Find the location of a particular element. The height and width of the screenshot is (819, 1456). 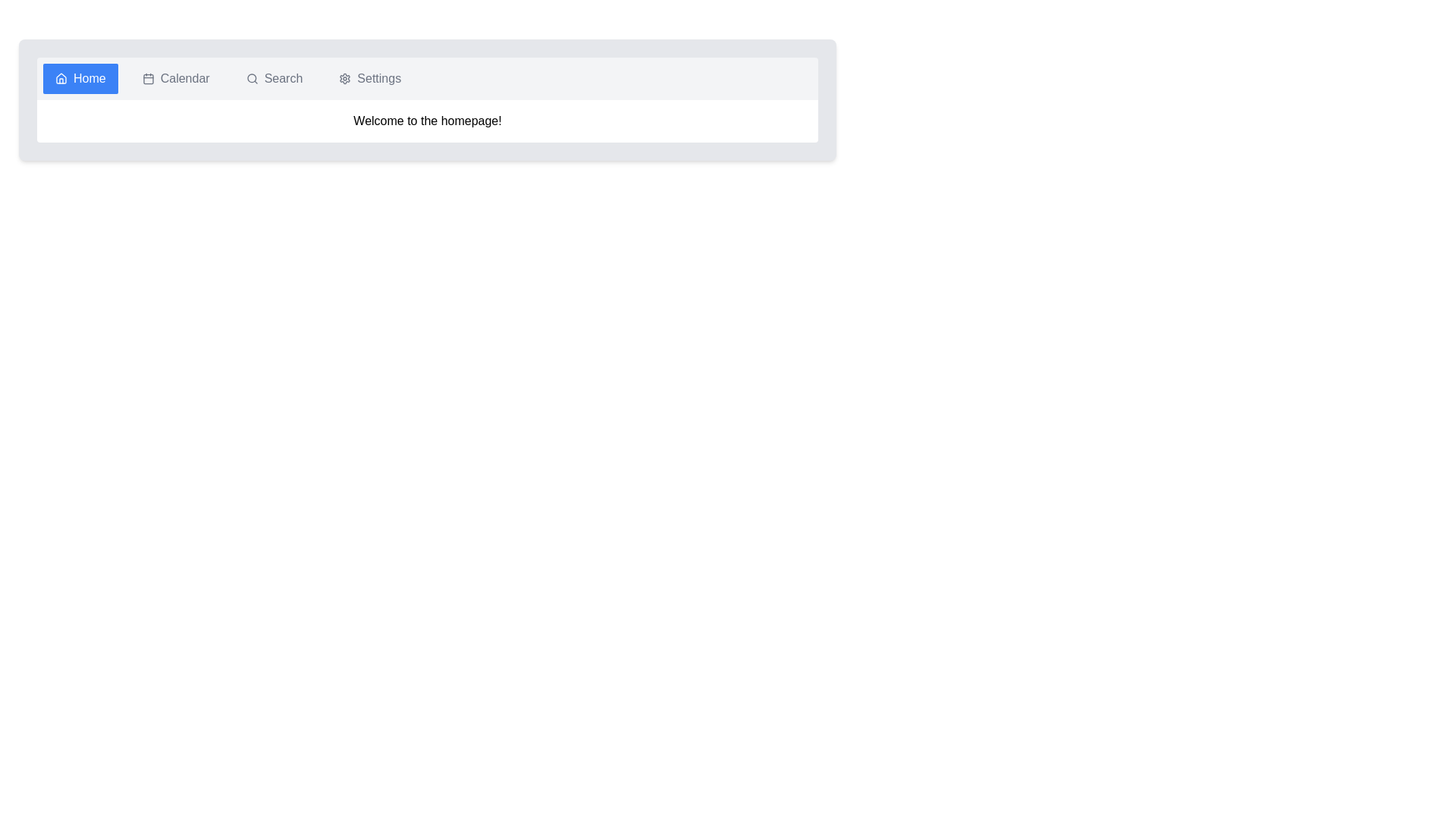

the house icon in the navigation bar, which is located adjacent to the 'Home' label on its left, representing the Home section is located at coordinates (61, 78).